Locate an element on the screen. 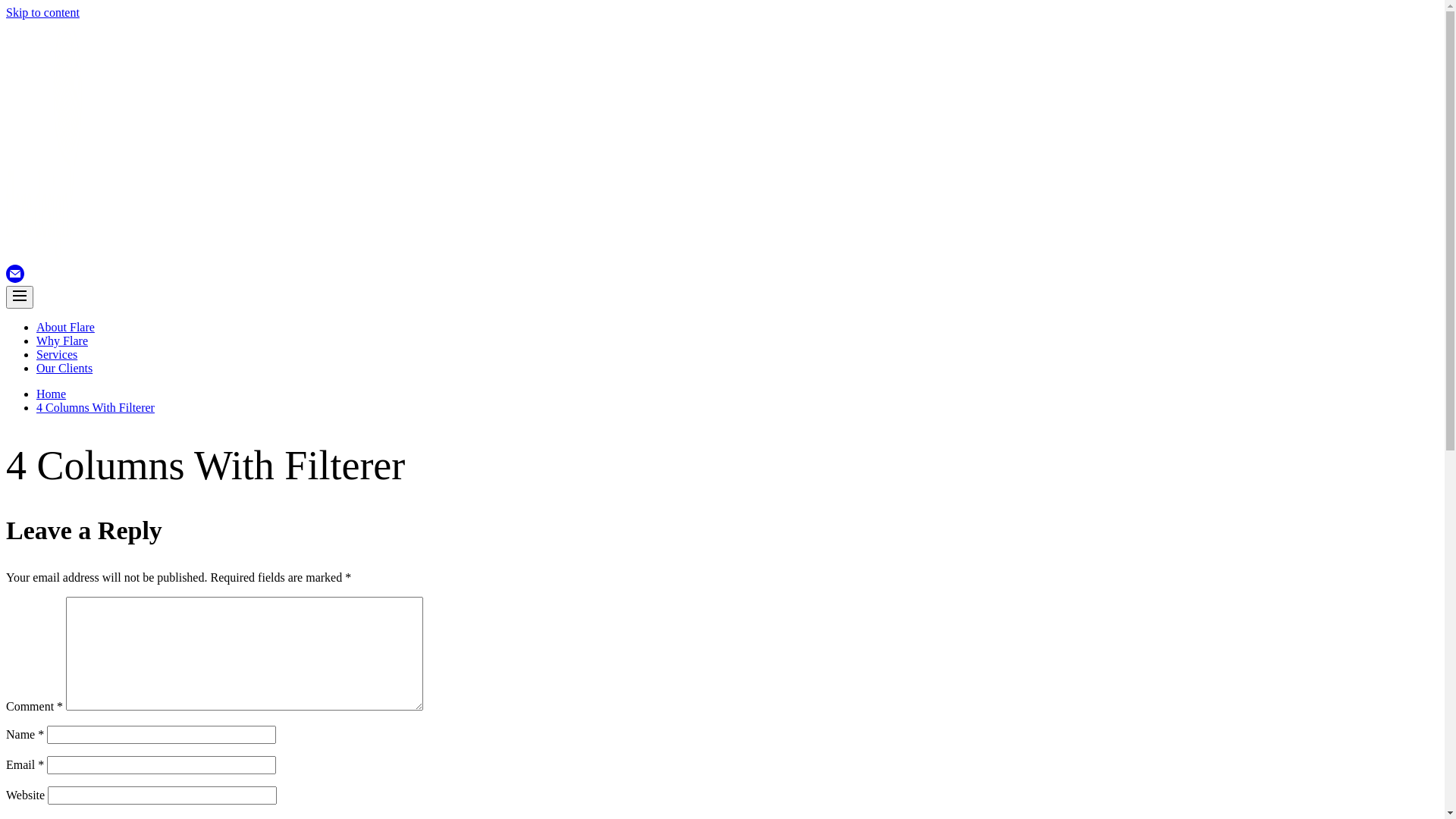  'About Flare' is located at coordinates (36, 326).